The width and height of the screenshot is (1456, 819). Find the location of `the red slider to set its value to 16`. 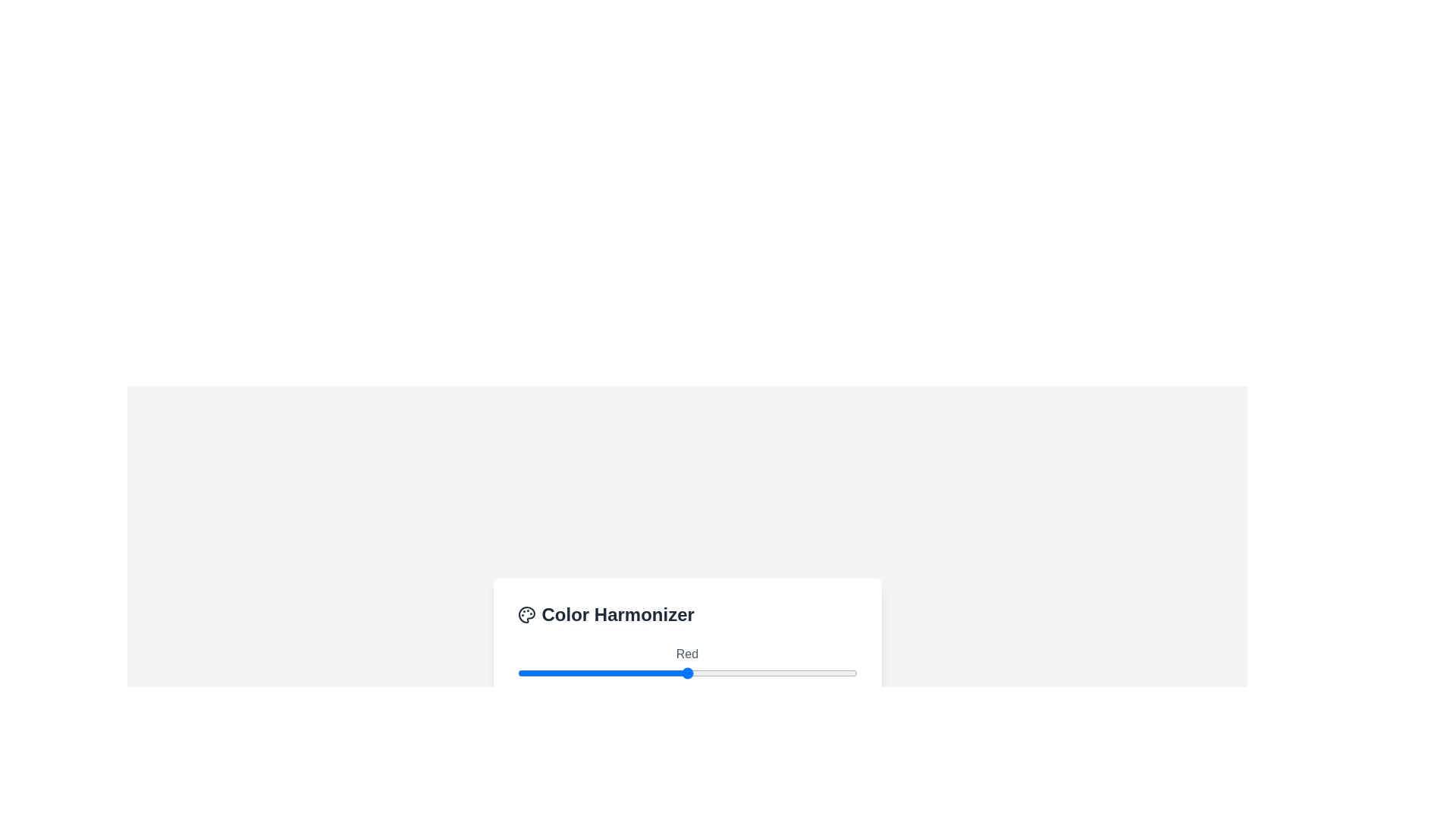

the red slider to set its value to 16 is located at coordinates (538, 672).